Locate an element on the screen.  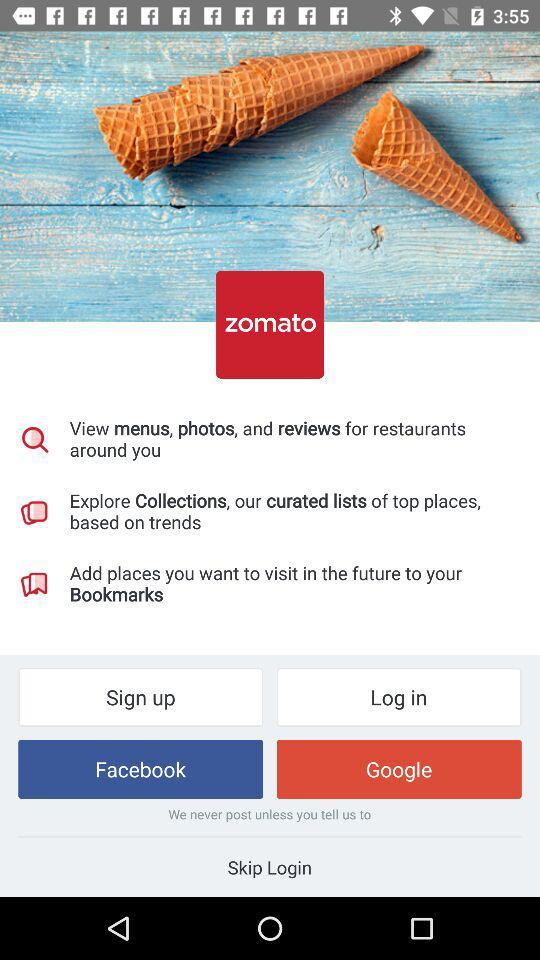
icon to the right of sign up icon is located at coordinates (399, 697).